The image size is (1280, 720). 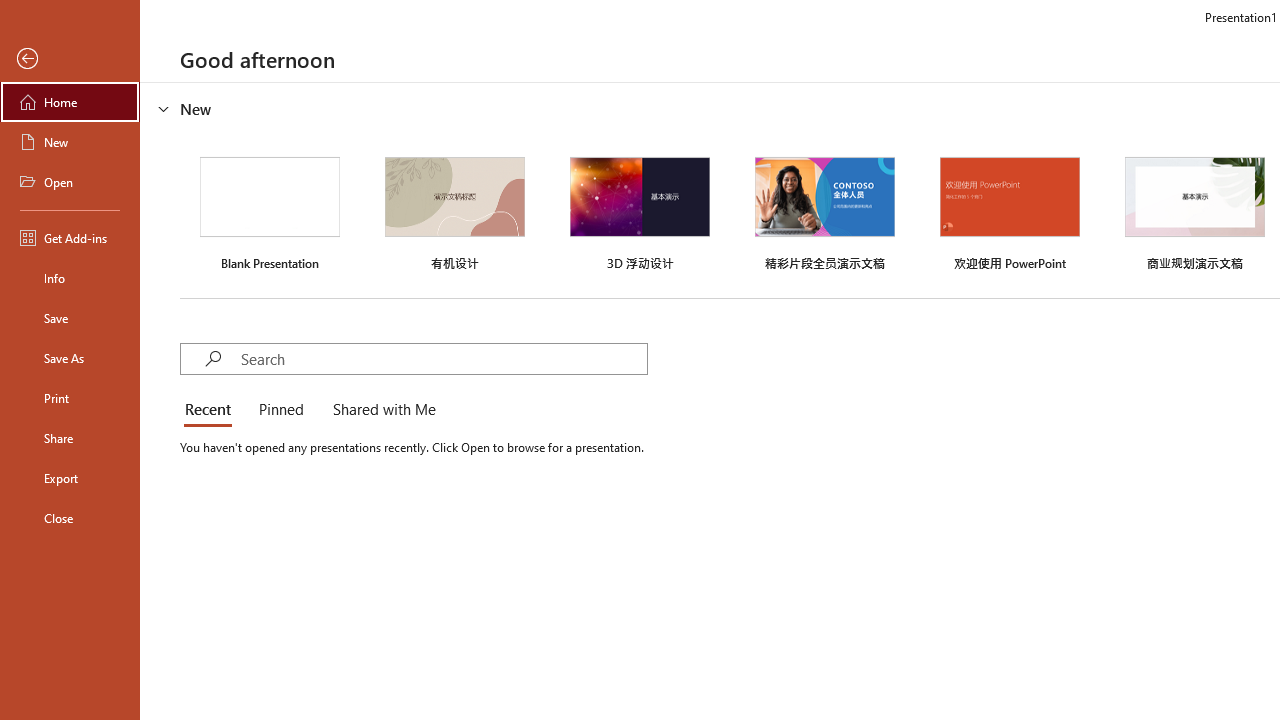 What do you see at coordinates (69, 478) in the screenshot?
I see `'Export'` at bounding box center [69, 478].